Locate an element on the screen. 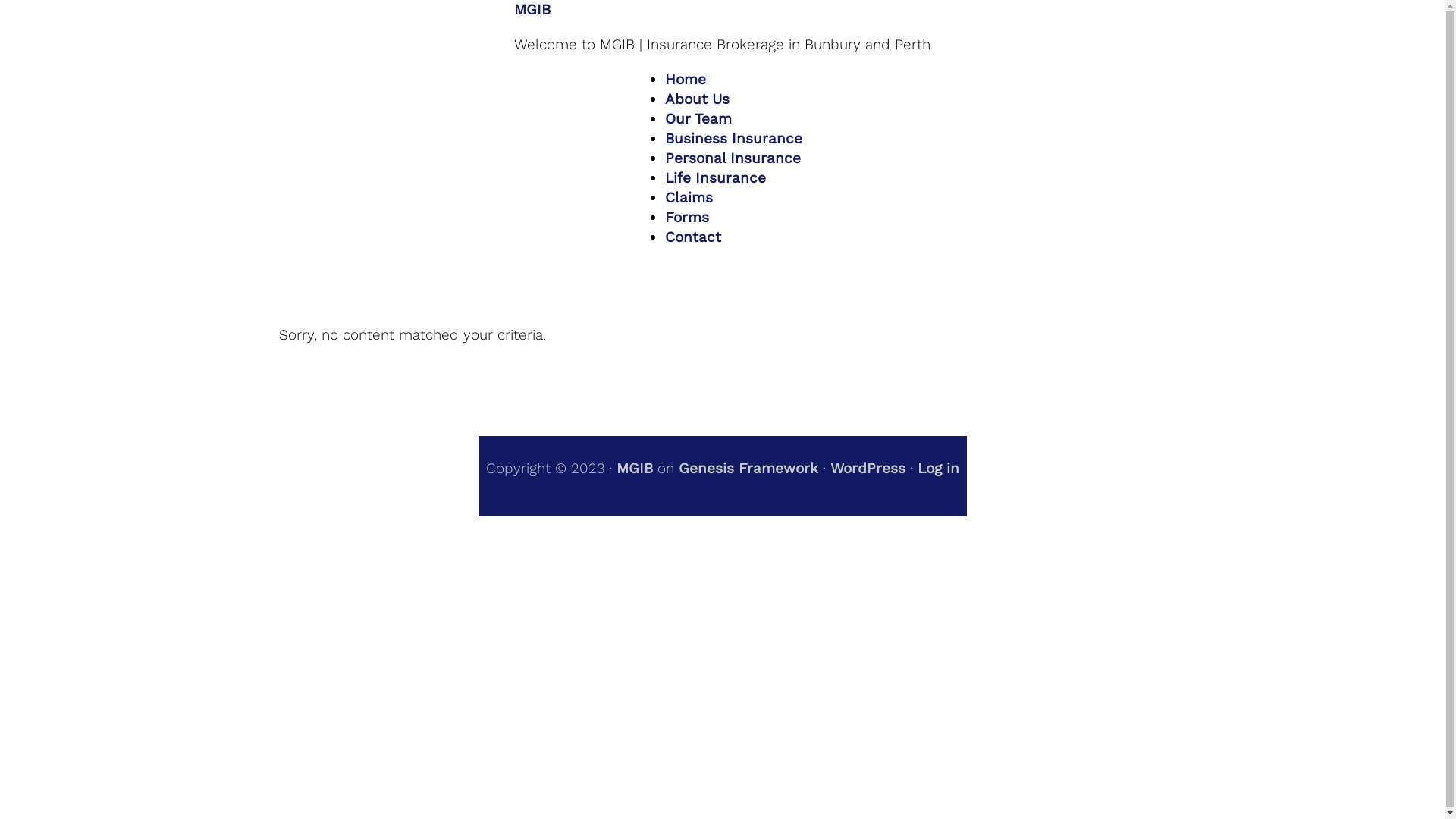  'MGIB' is located at coordinates (633, 467).